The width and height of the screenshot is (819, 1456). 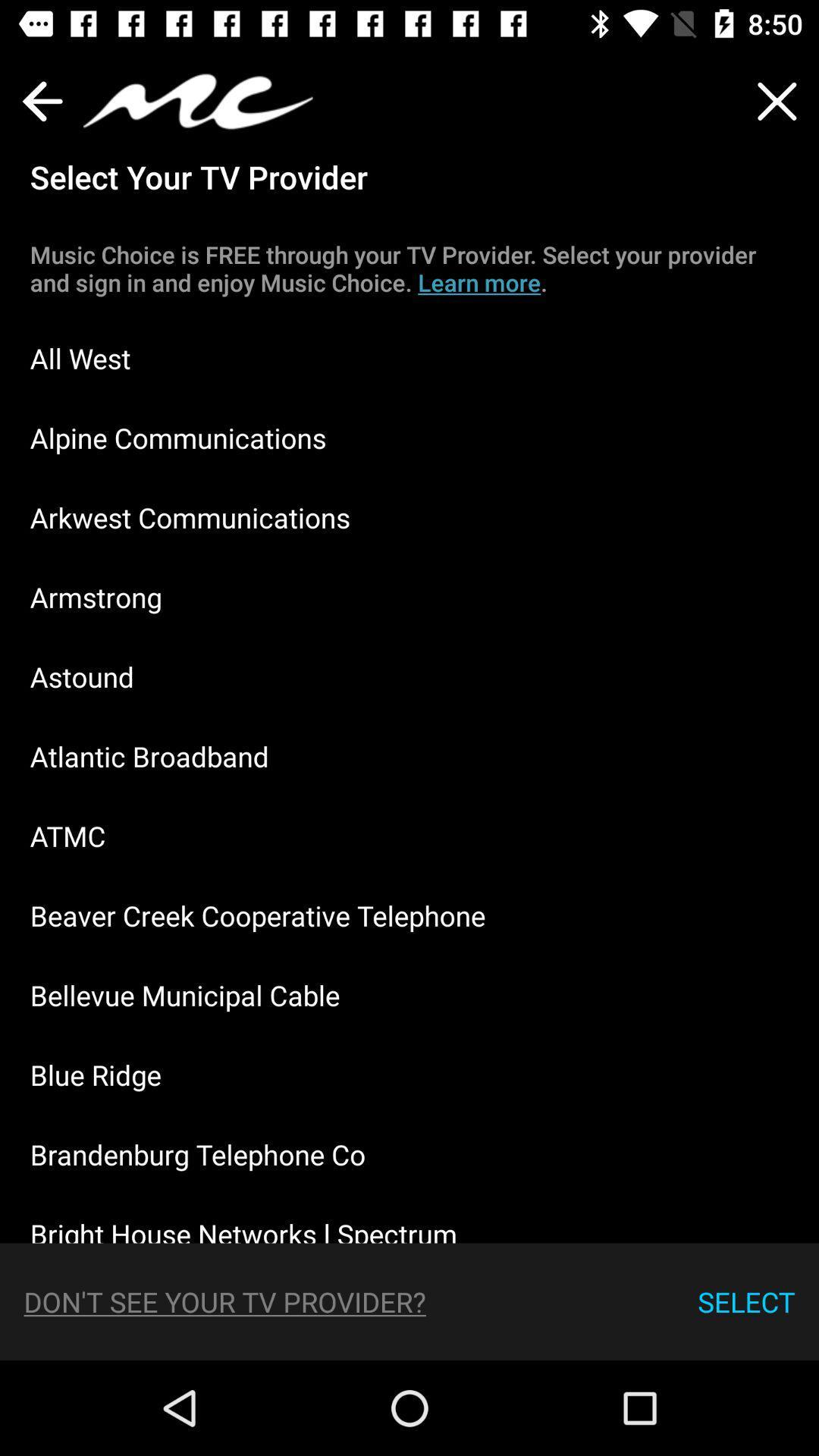 What do you see at coordinates (409, 268) in the screenshot?
I see `item below select your tv` at bounding box center [409, 268].